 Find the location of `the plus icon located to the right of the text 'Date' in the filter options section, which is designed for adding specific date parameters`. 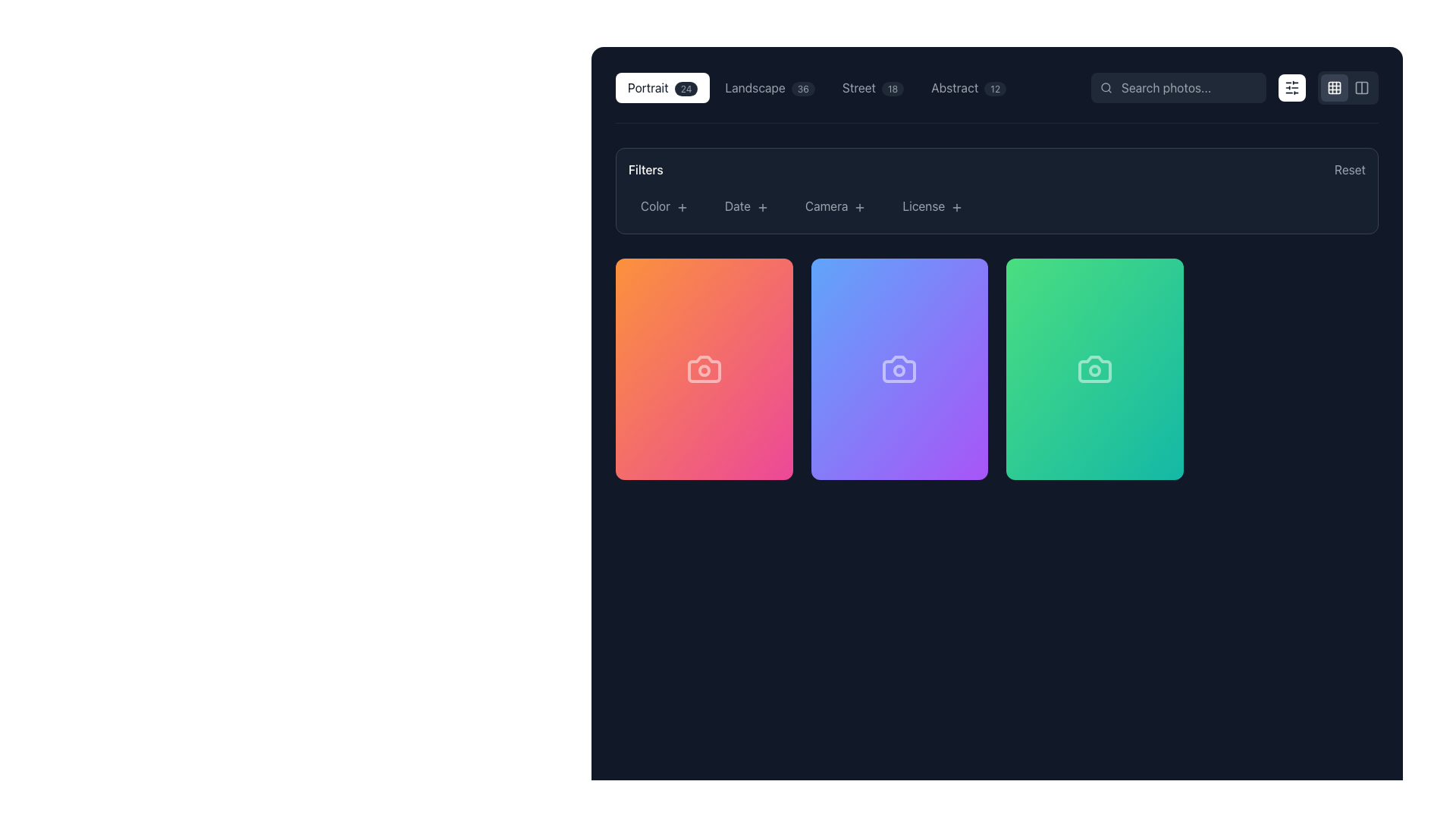

the plus icon located to the right of the text 'Date' in the filter options section, which is designed for adding specific date parameters is located at coordinates (762, 207).